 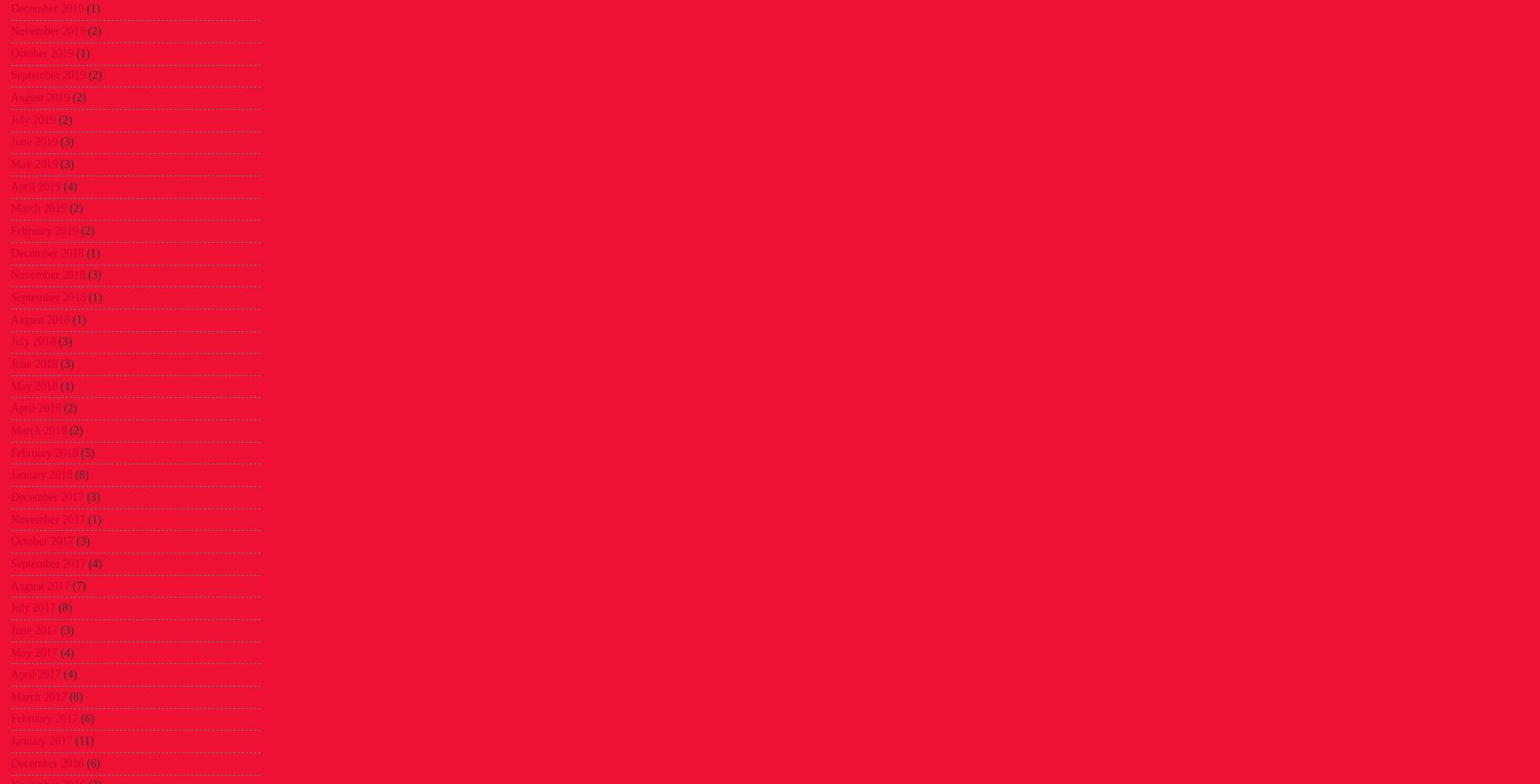 What do you see at coordinates (47, 31) in the screenshot?
I see `'November 2019'` at bounding box center [47, 31].